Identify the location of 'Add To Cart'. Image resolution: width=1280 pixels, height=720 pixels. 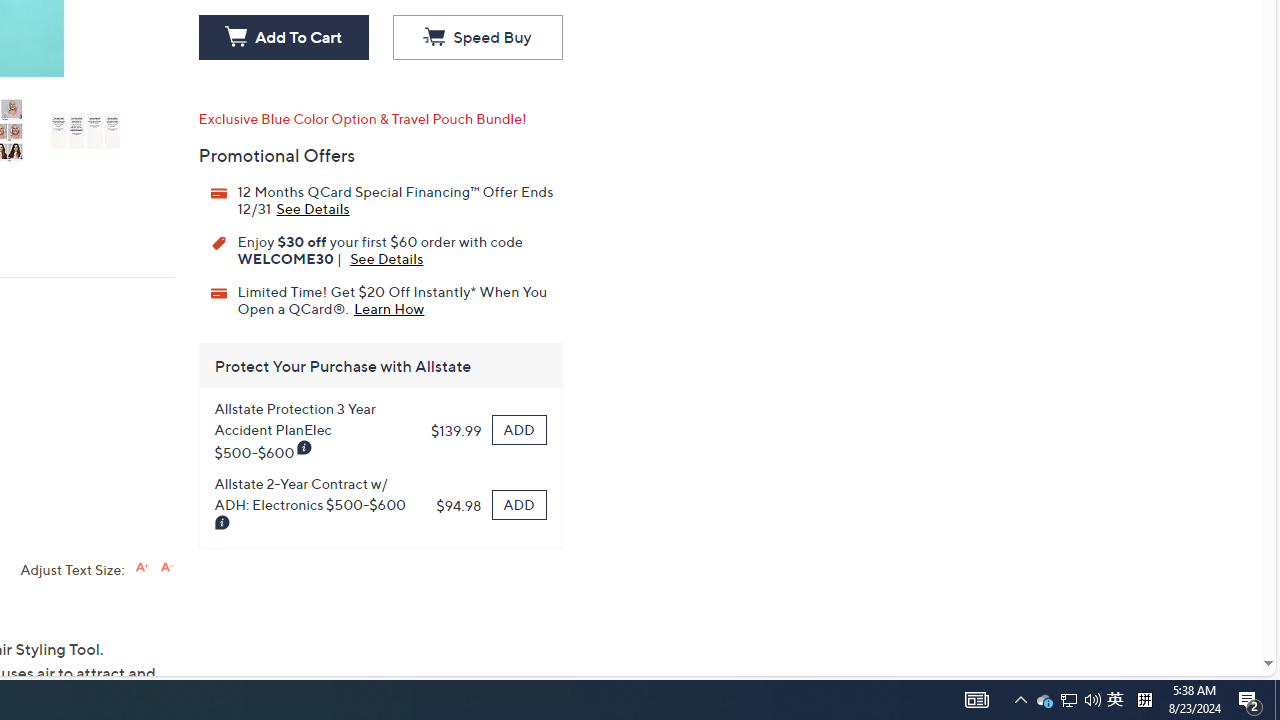
(282, 38).